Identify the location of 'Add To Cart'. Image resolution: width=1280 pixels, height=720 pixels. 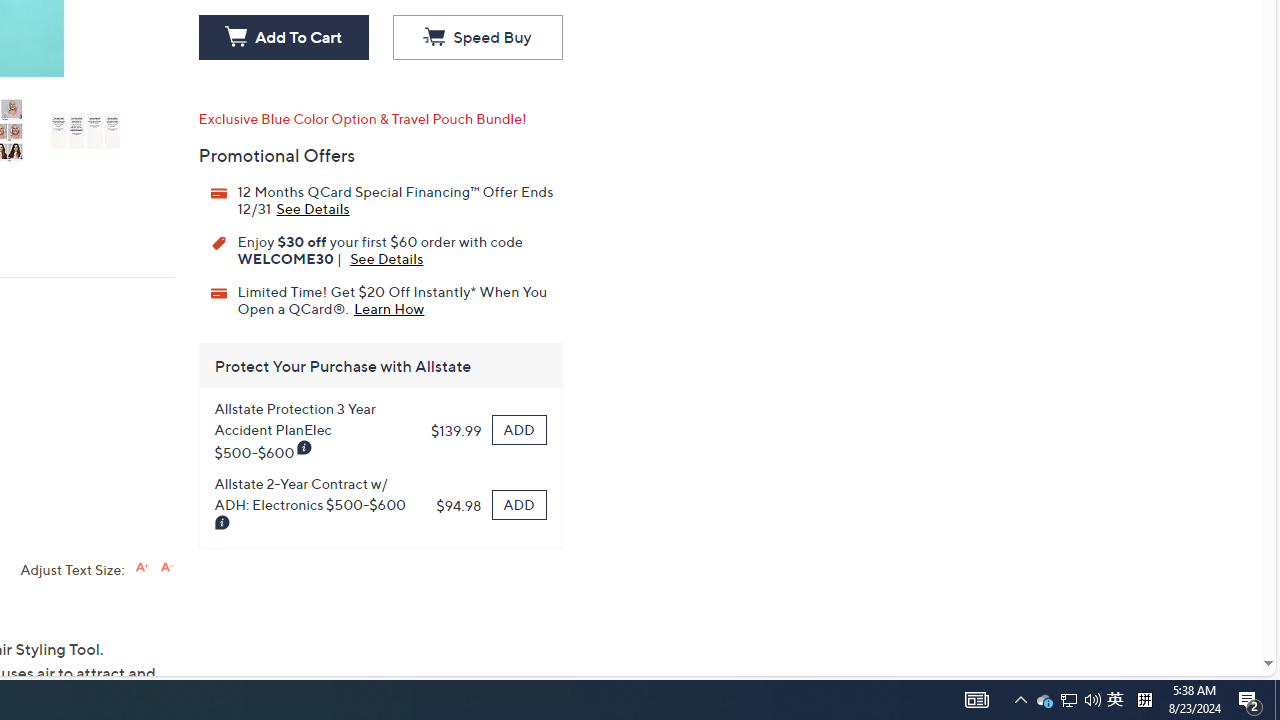
(282, 38).